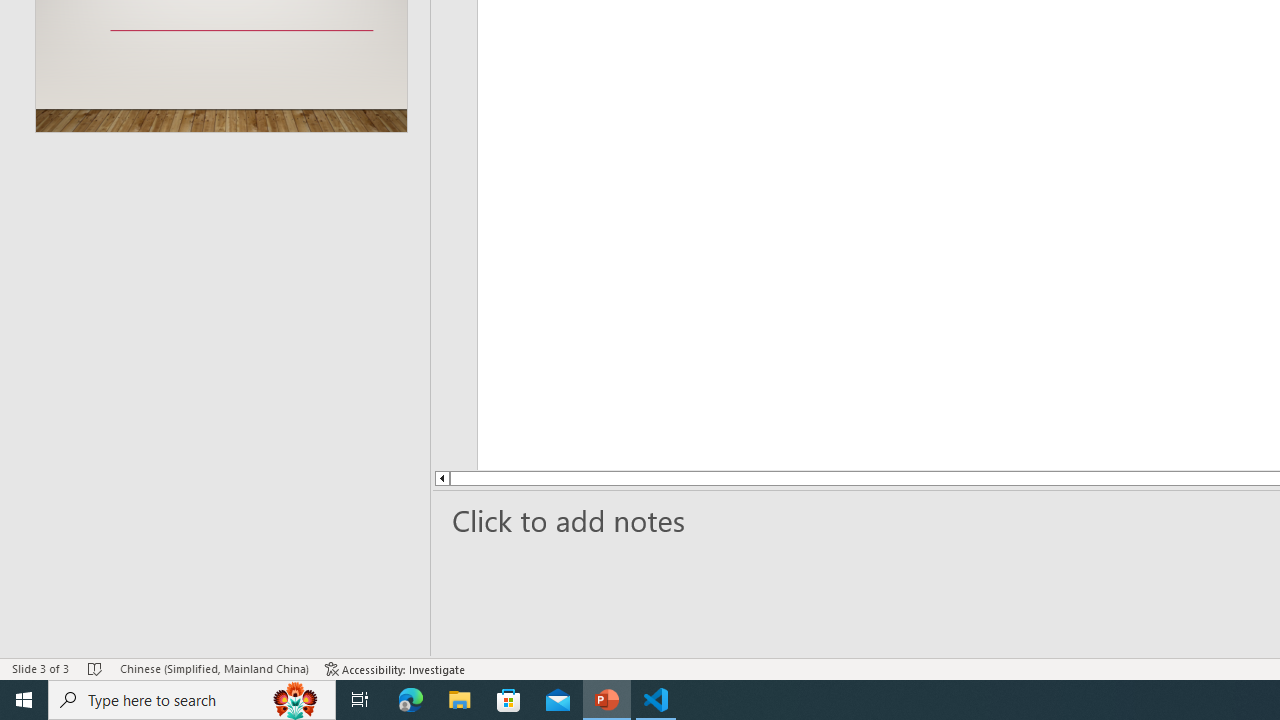  What do you see at coordinates (382, 478) in the screenshot?
I see `'Line up'` at bounding box center [382, 478].